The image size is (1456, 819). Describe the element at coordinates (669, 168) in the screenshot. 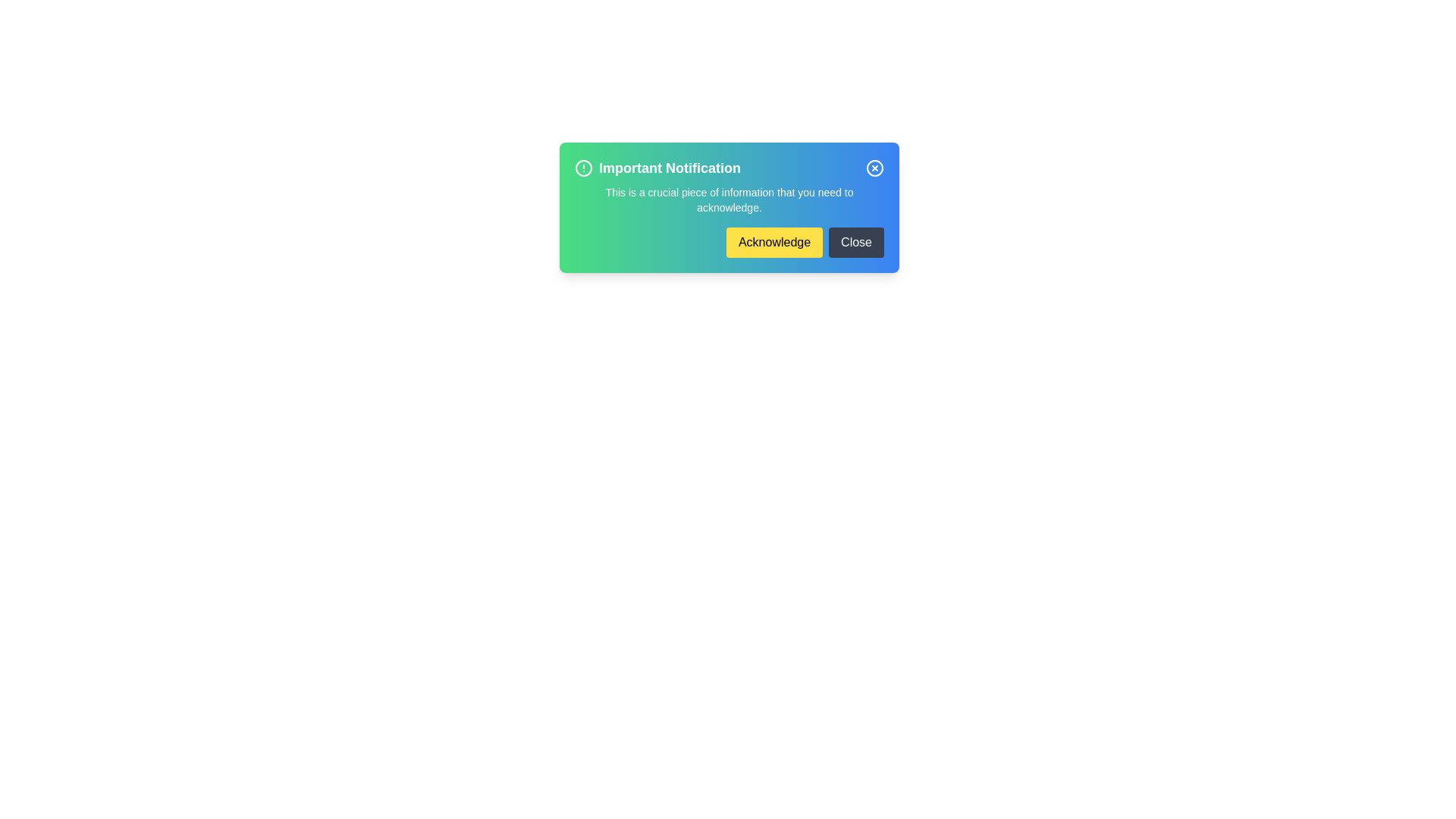

I see `the heading text element 'Important Notification', which is styled with a large bold font in white color and located within a gradient box transitioning from green to blue` at that location.